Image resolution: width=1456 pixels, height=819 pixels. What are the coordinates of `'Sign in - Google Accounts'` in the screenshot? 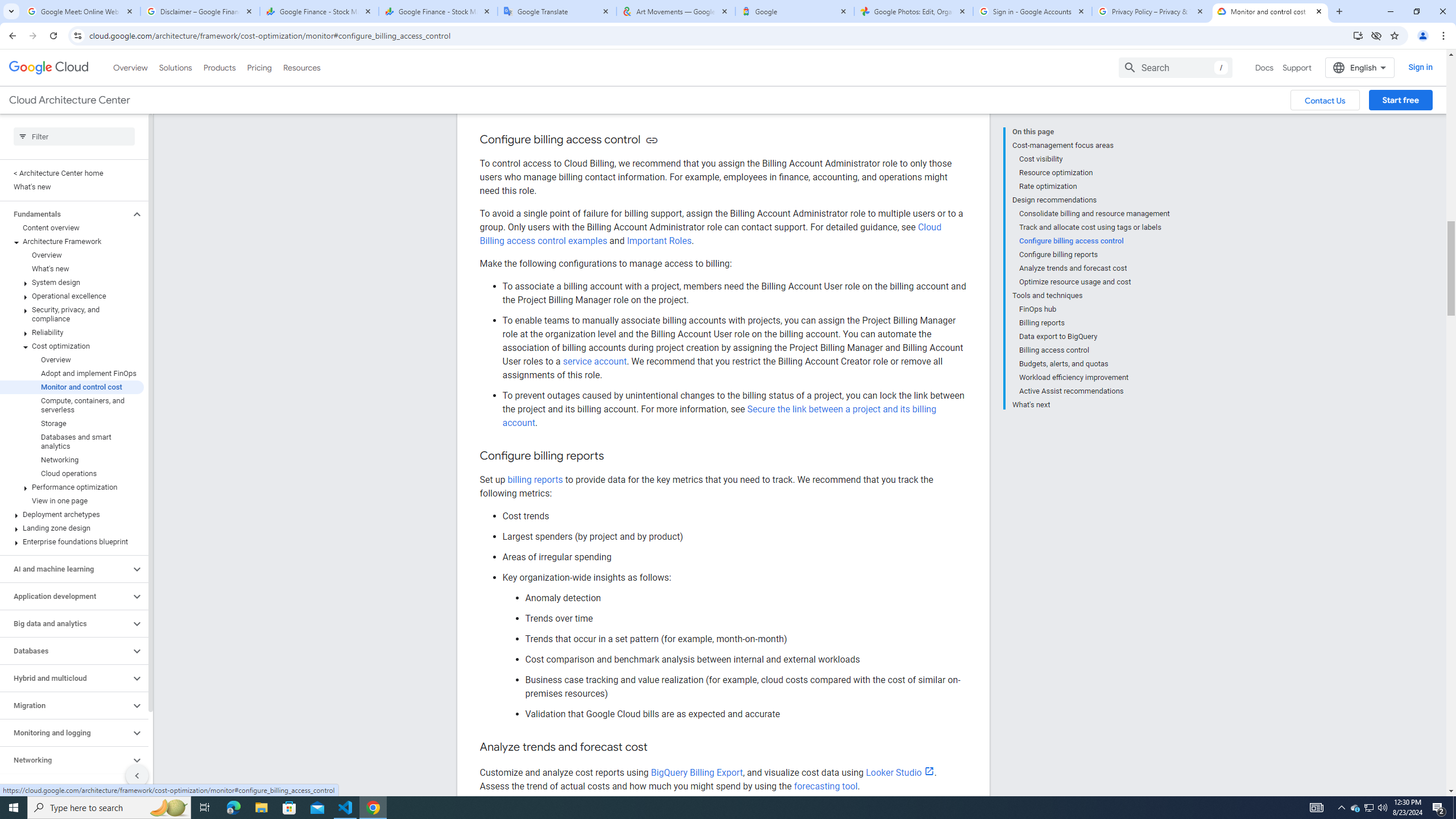 It's located at (1032, 11).